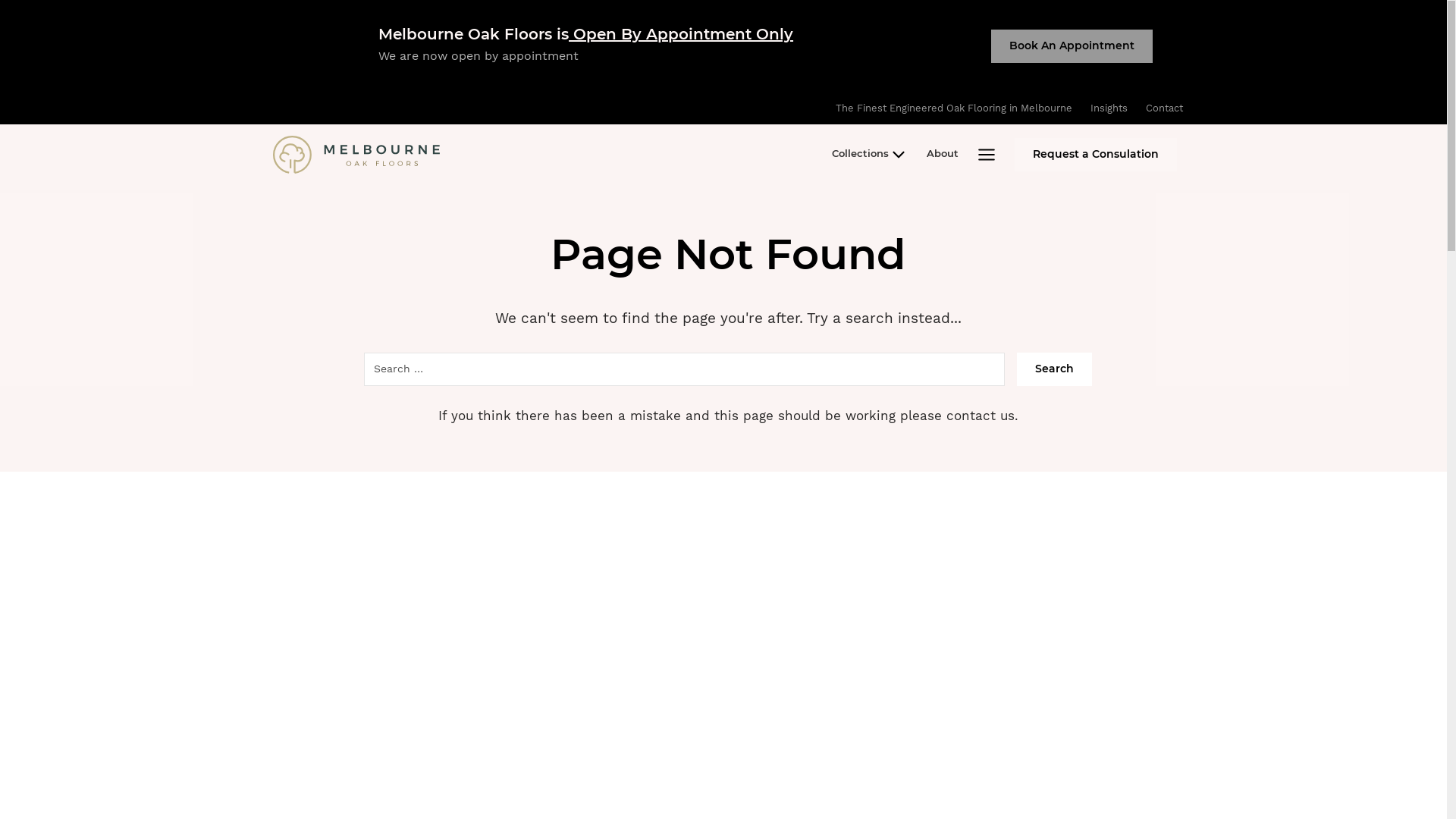  I want to click on 'Menu', so click(967, 155).